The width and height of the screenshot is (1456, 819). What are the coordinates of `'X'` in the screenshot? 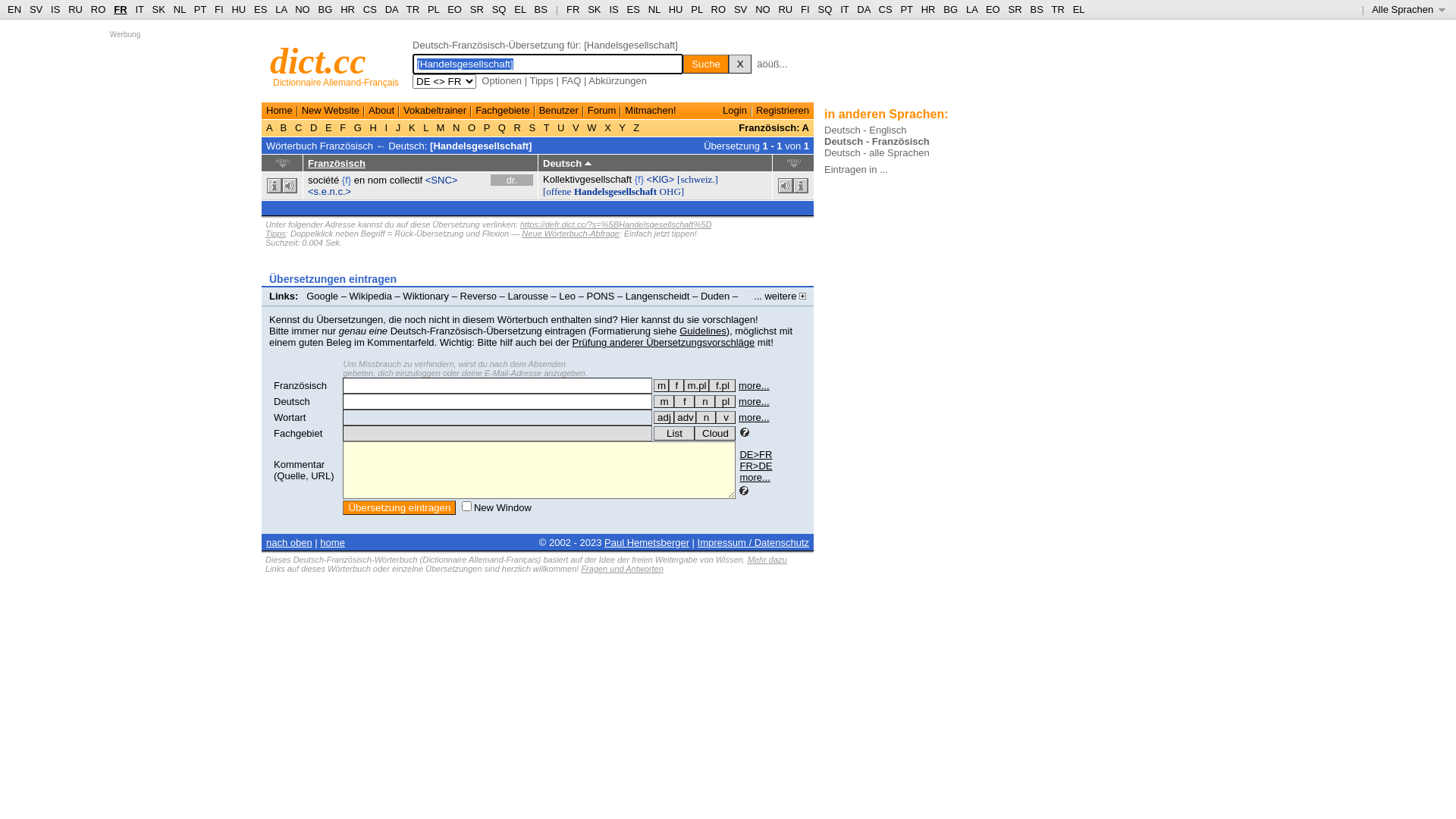 It's located at (728, 63).